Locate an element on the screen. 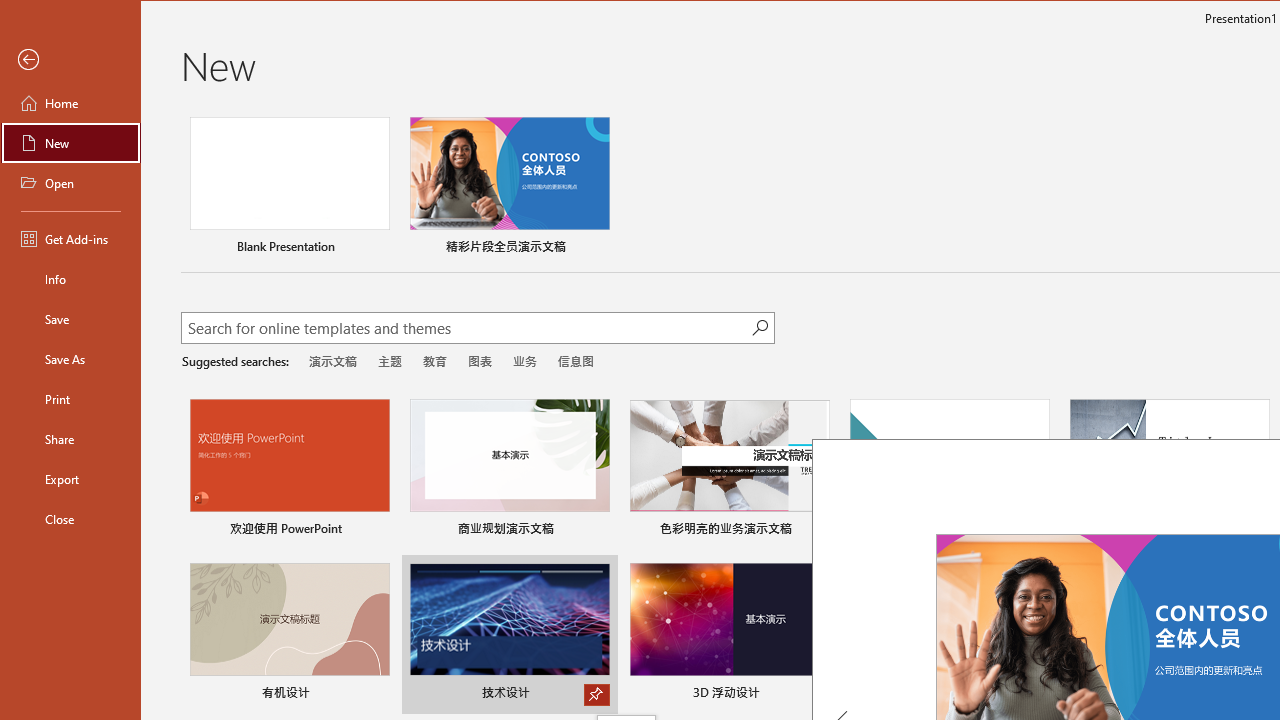  'New' is located at coordinates (71, 141).